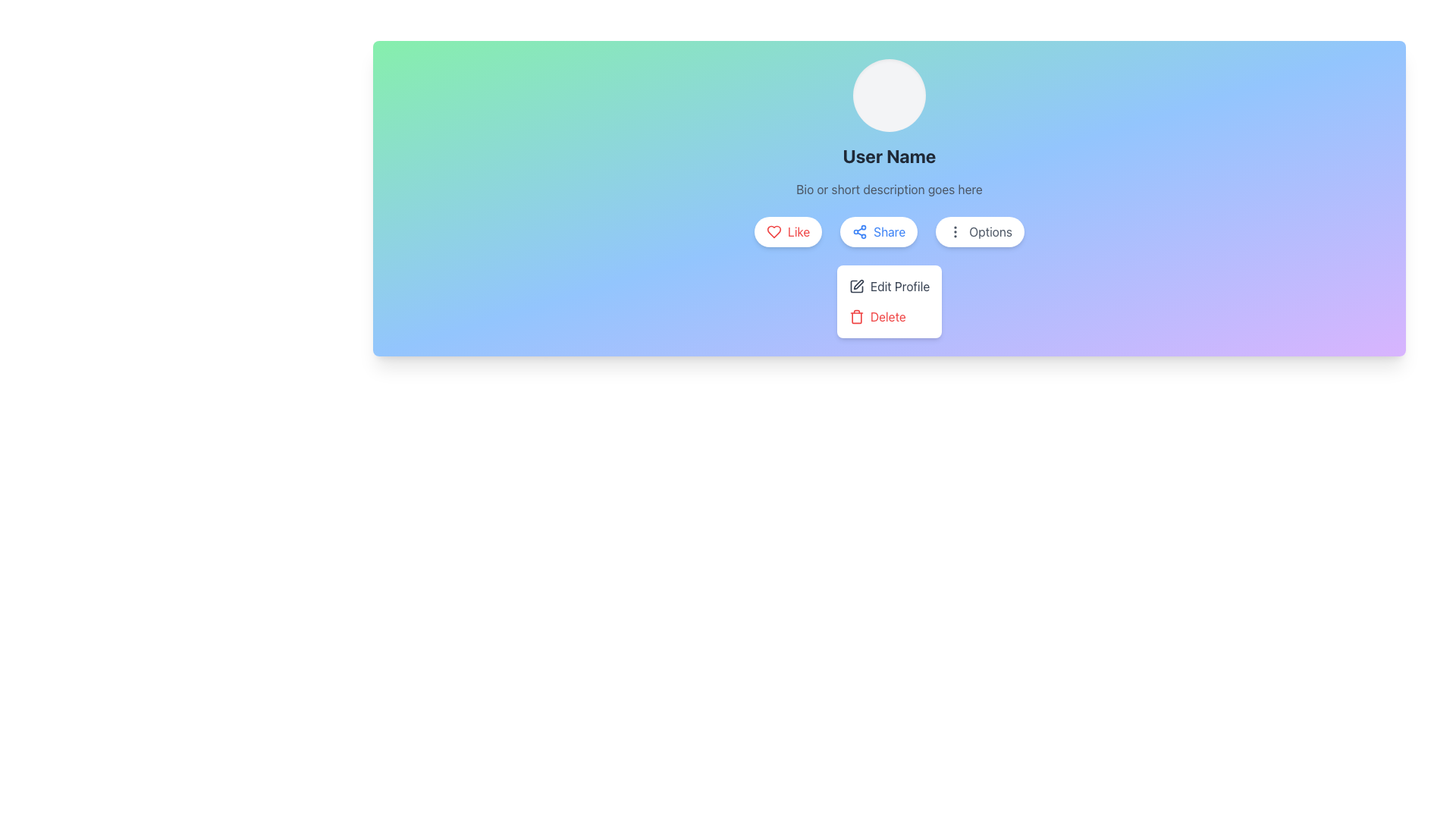 The height and width of the screenshot is (819, 1456). Describe the element at coordinates (879, 231) in the screenshot. I see `the 'Share' button, which is the second button in a group with a rounded rectangular shape, white background, blue share icon, and blue text` at that location.